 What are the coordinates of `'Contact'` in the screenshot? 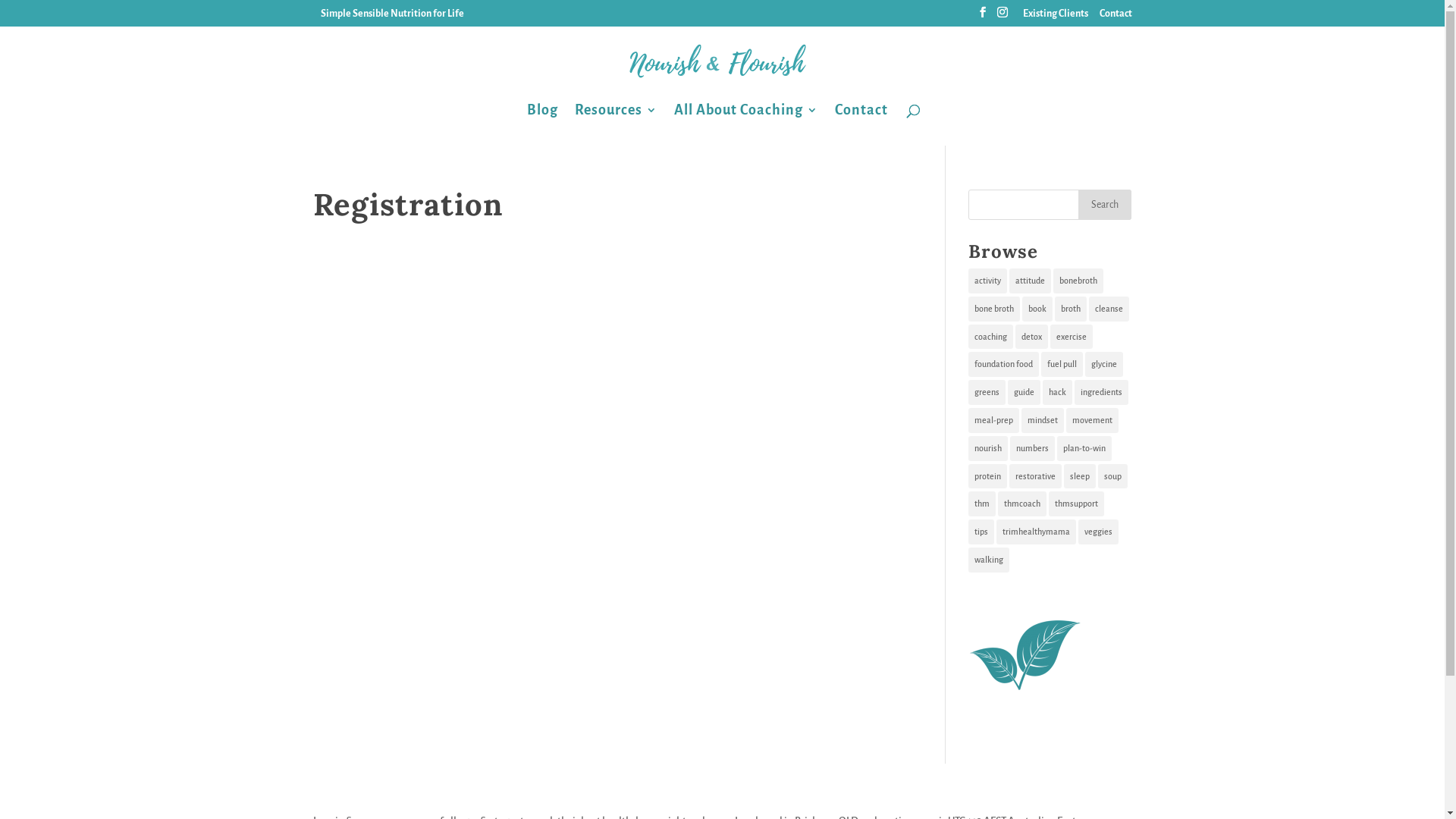 It's located at (1116, 17).